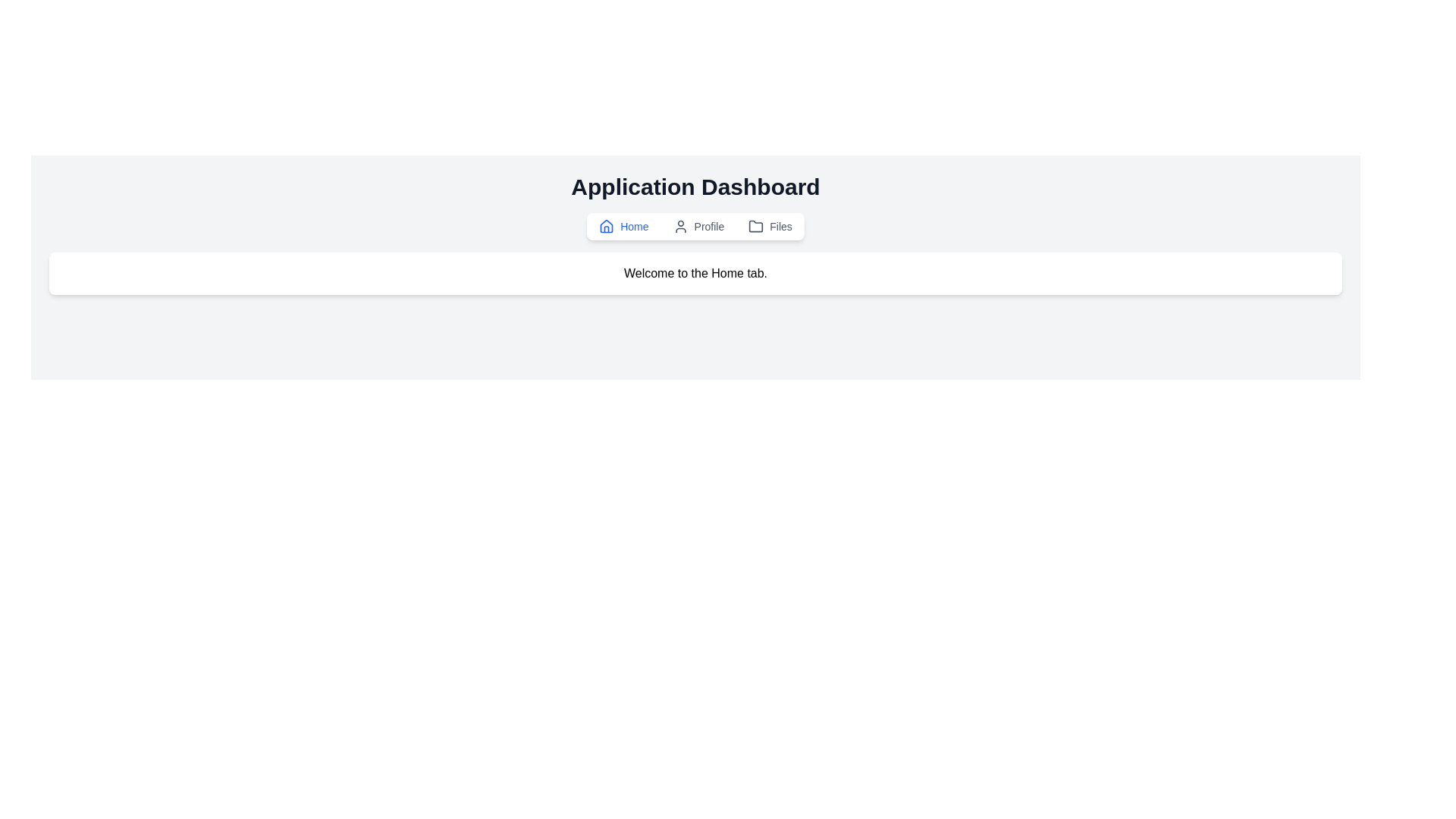 The height and width of the screenshot is (819, 1456). What do you see at coordinates (634, 227) in the screenshot?
I see `the 'Home' text label in the navigation bar, which is styled in blue and located next to a house icon` at bounding box center [634, 227].